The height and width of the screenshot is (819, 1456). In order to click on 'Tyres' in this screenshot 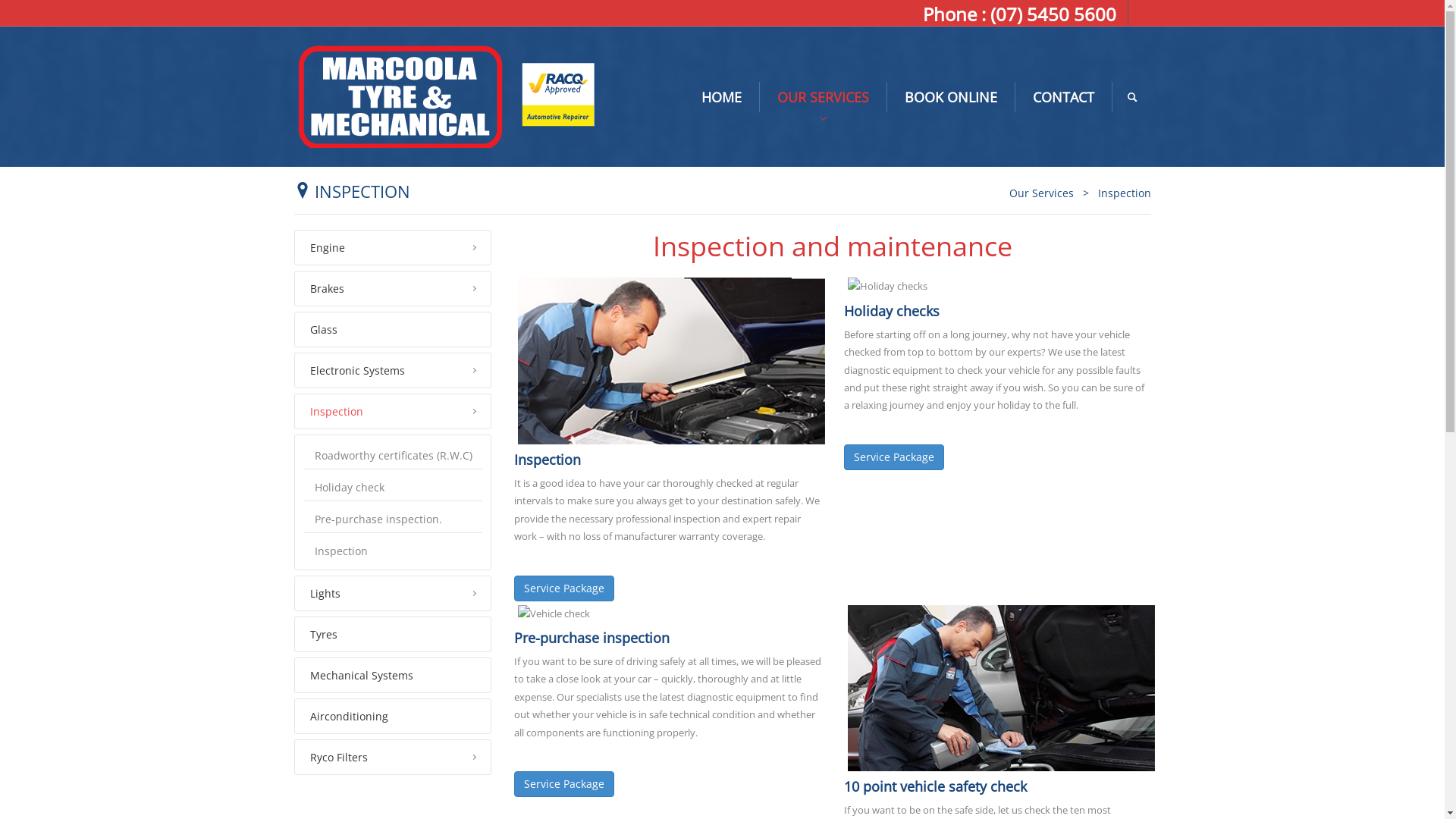, I will do `click(393, 634)`.